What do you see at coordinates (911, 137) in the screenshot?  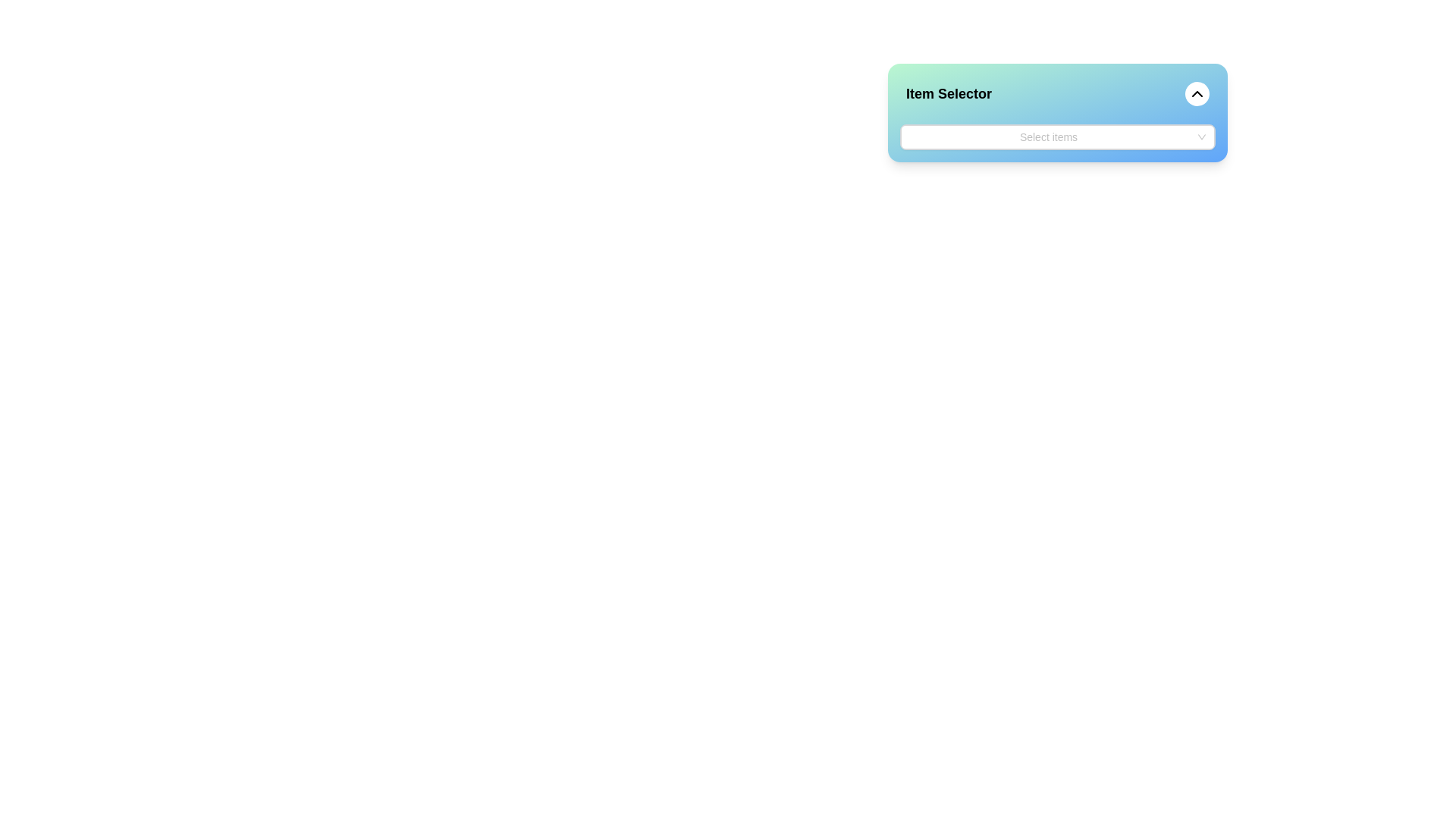 I see `keyboard shortcuts` at bounding box center [911, 137].